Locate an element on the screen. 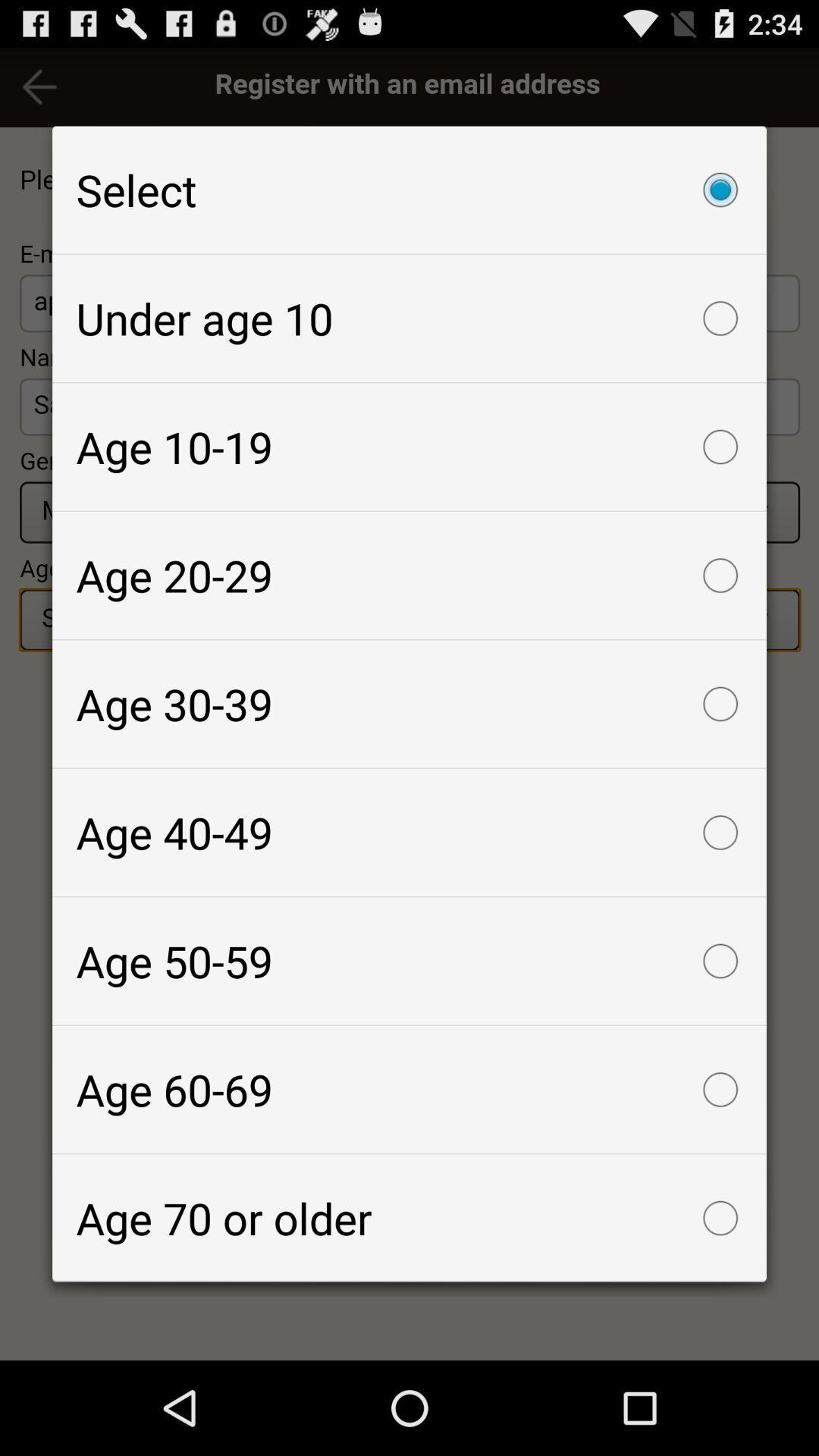  the checkbox below the age 20-29 checkbox is located at coordinates (409, 703).